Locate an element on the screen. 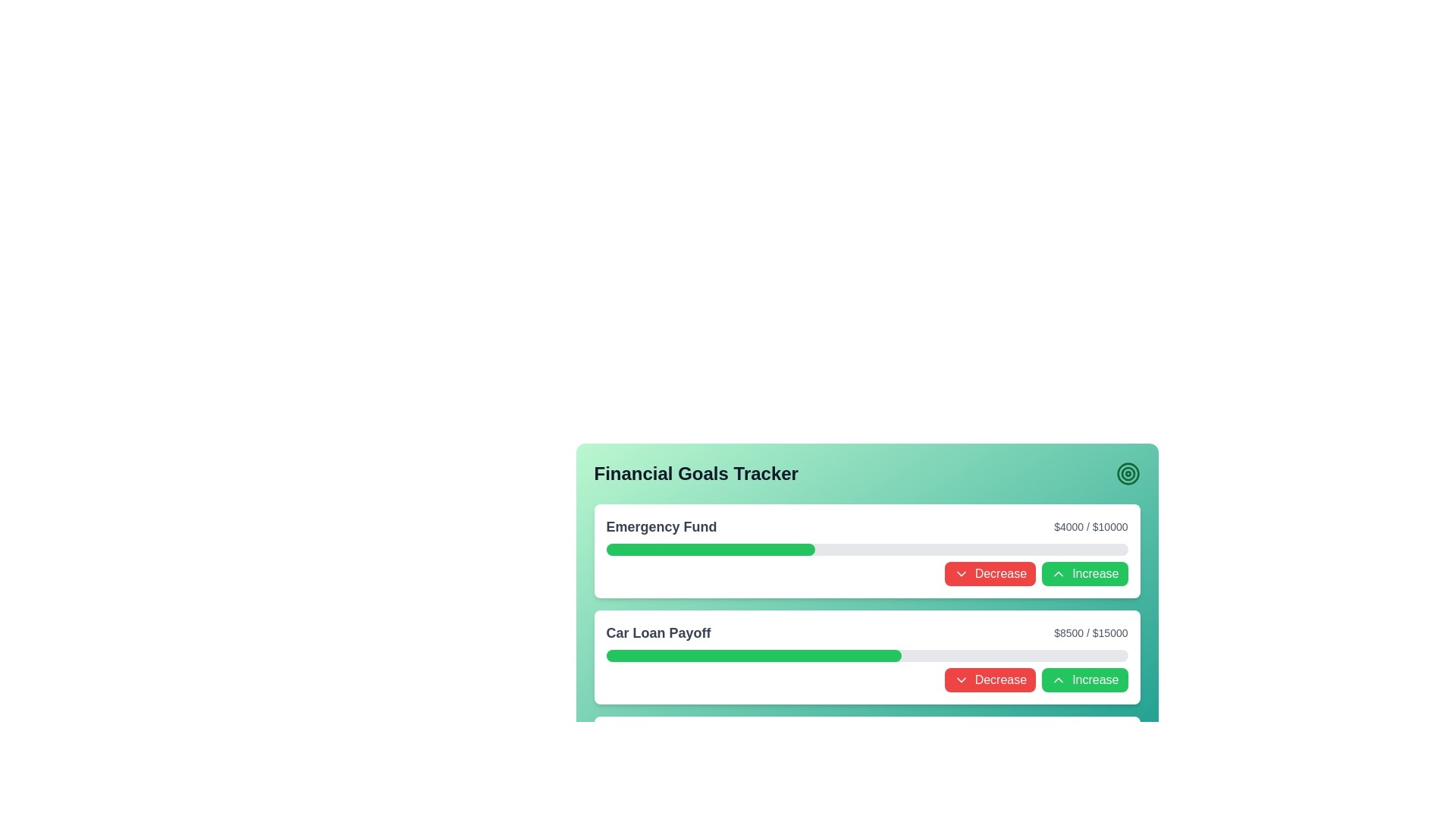  the informational Text Label displaying the progress or current status of the goal or milestone related to 'Car Loan Payoff', which is located at the end of the section row is located at coordinates (1090, 632).